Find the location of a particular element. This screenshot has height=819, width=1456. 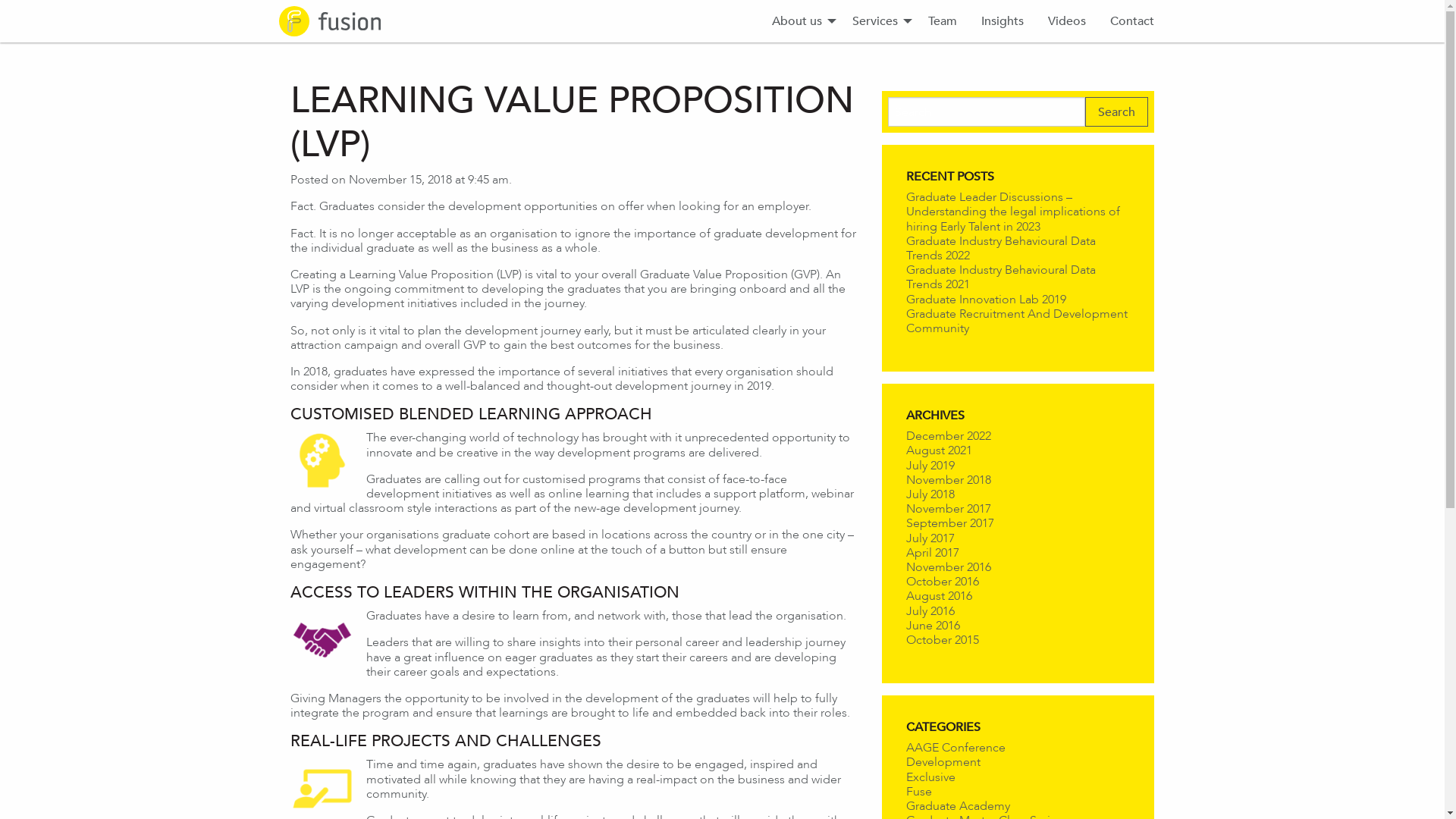

'November 2016' is located at coordinates (946, 566).